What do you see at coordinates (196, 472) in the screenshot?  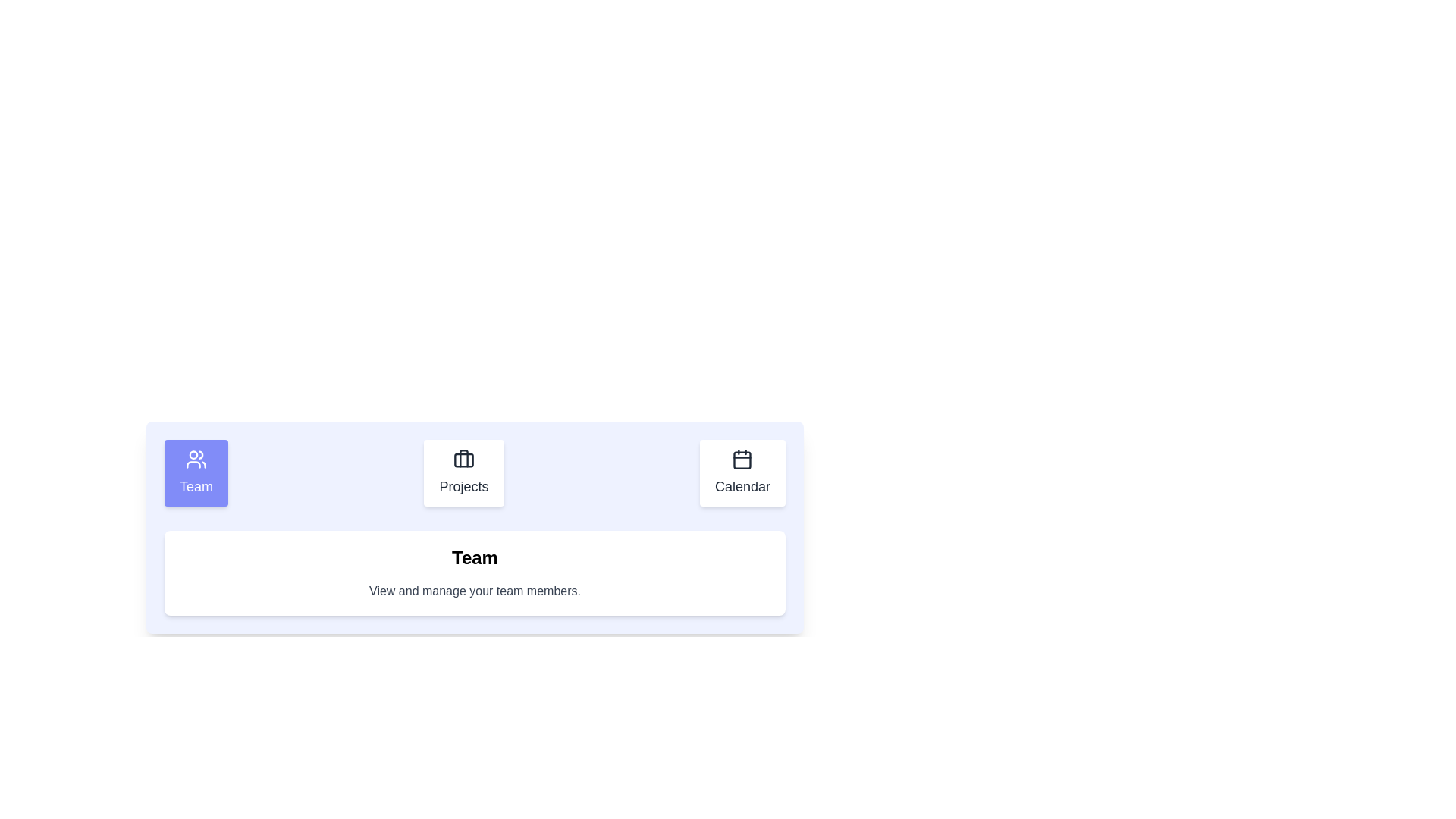 I see `the Team tab to switch to its view` at bounding box center [196, 472].